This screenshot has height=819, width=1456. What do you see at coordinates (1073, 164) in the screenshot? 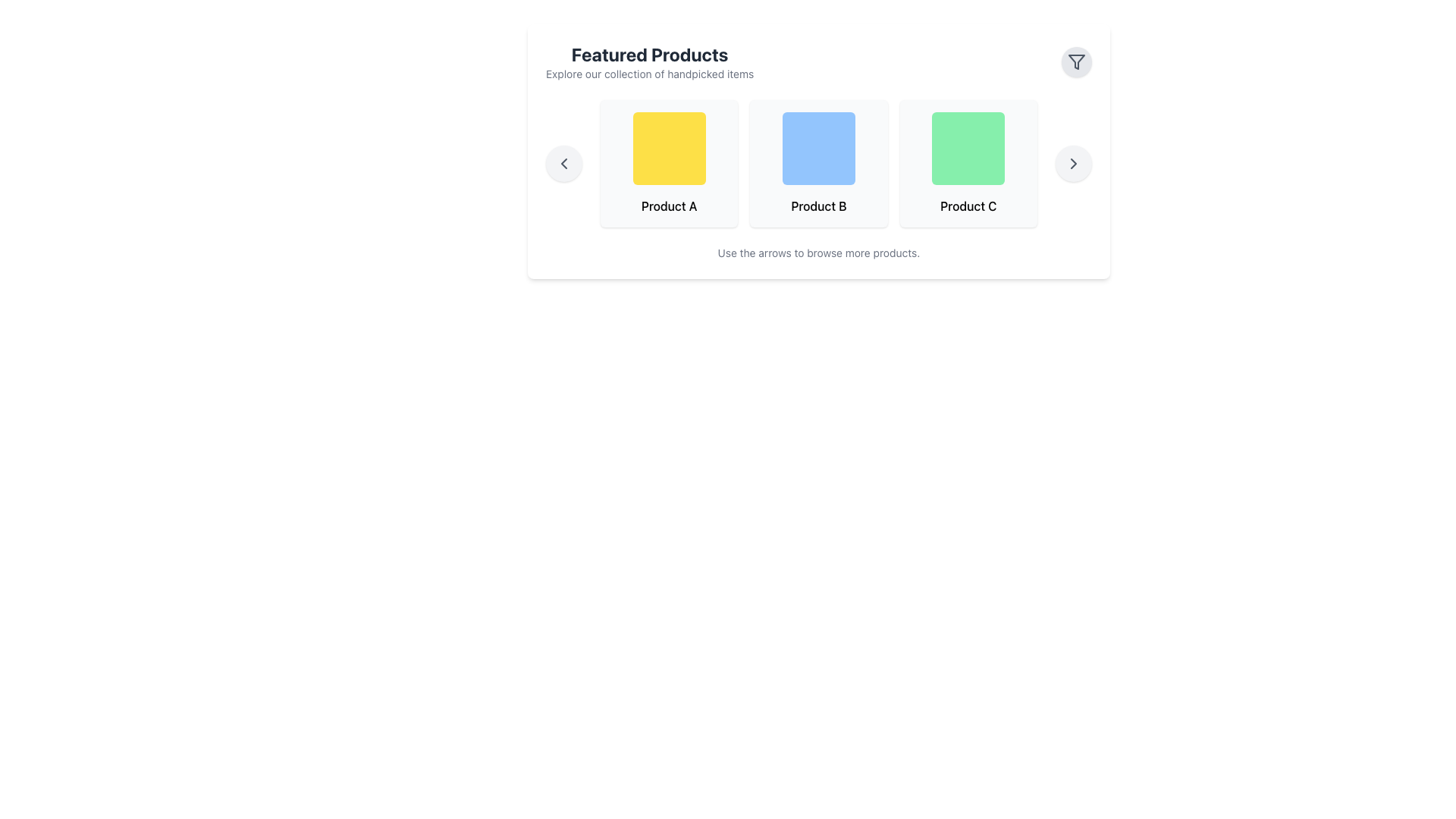
I see `the circular button with a light gray background and an arrow pointing to the right, located in the bottom-right region of the product listing interface to observe the shadow effect` at bounding box center [1073, 164].